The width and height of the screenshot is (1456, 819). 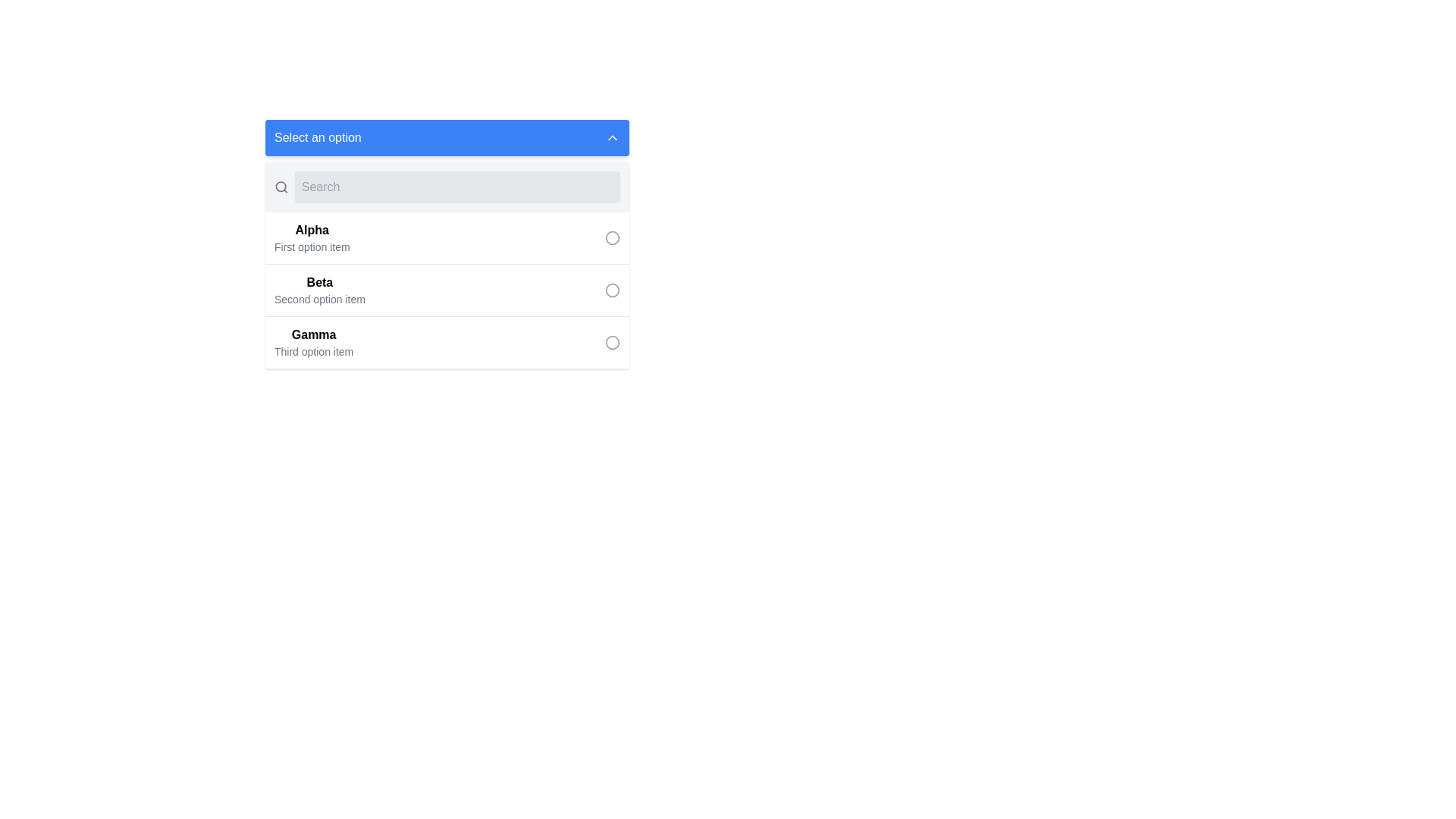 What do you see at coordinates (281, 186) in the screenshot?
I see `the search icon resembling a magnifying glass, which is positioned to the left of the search input field in the user search interface` at bounding box center [281, 186].